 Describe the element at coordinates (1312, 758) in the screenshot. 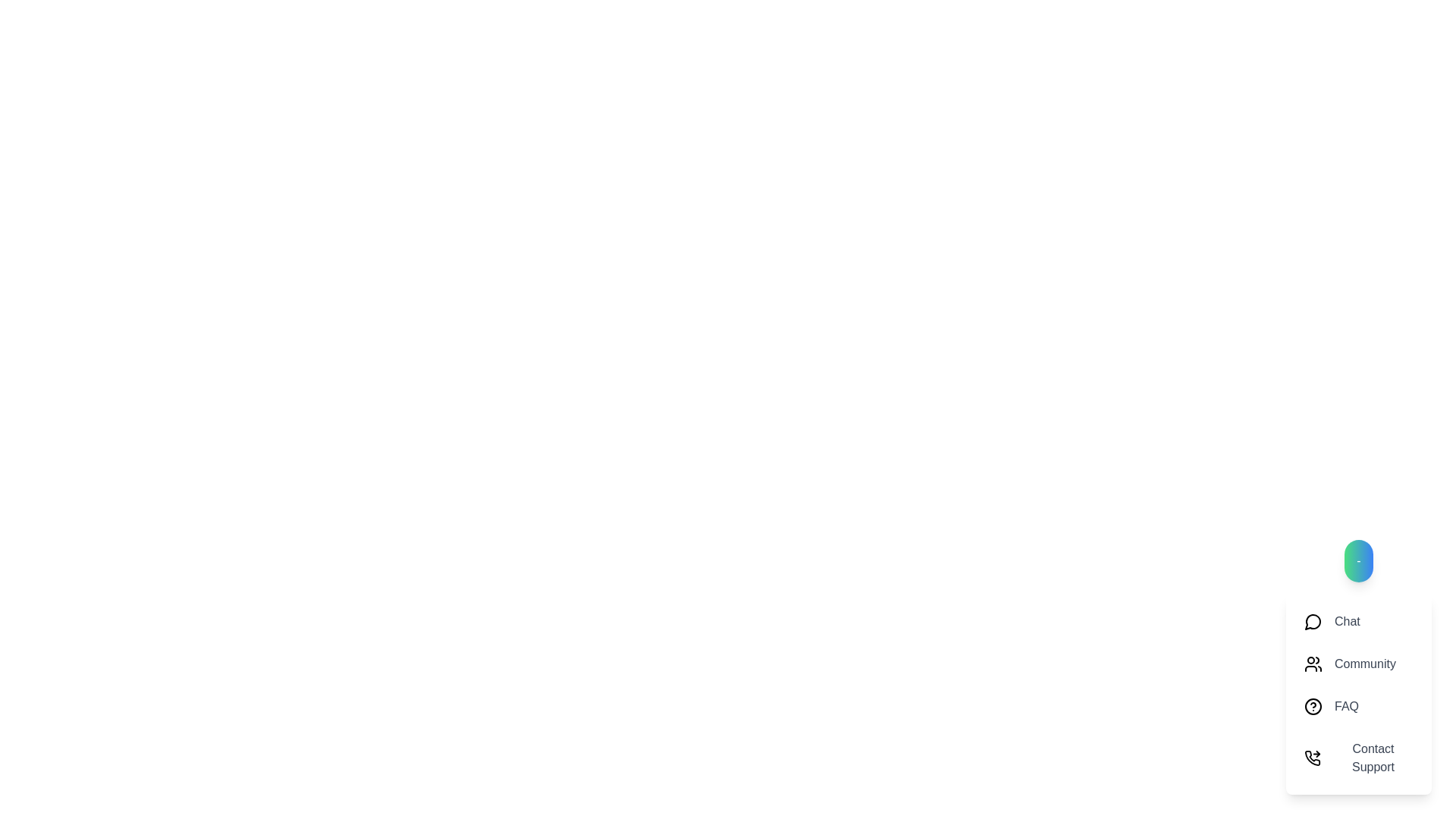

I see `the support contact icon located at the top-left corner of the 'Contact Support' option` at that location.